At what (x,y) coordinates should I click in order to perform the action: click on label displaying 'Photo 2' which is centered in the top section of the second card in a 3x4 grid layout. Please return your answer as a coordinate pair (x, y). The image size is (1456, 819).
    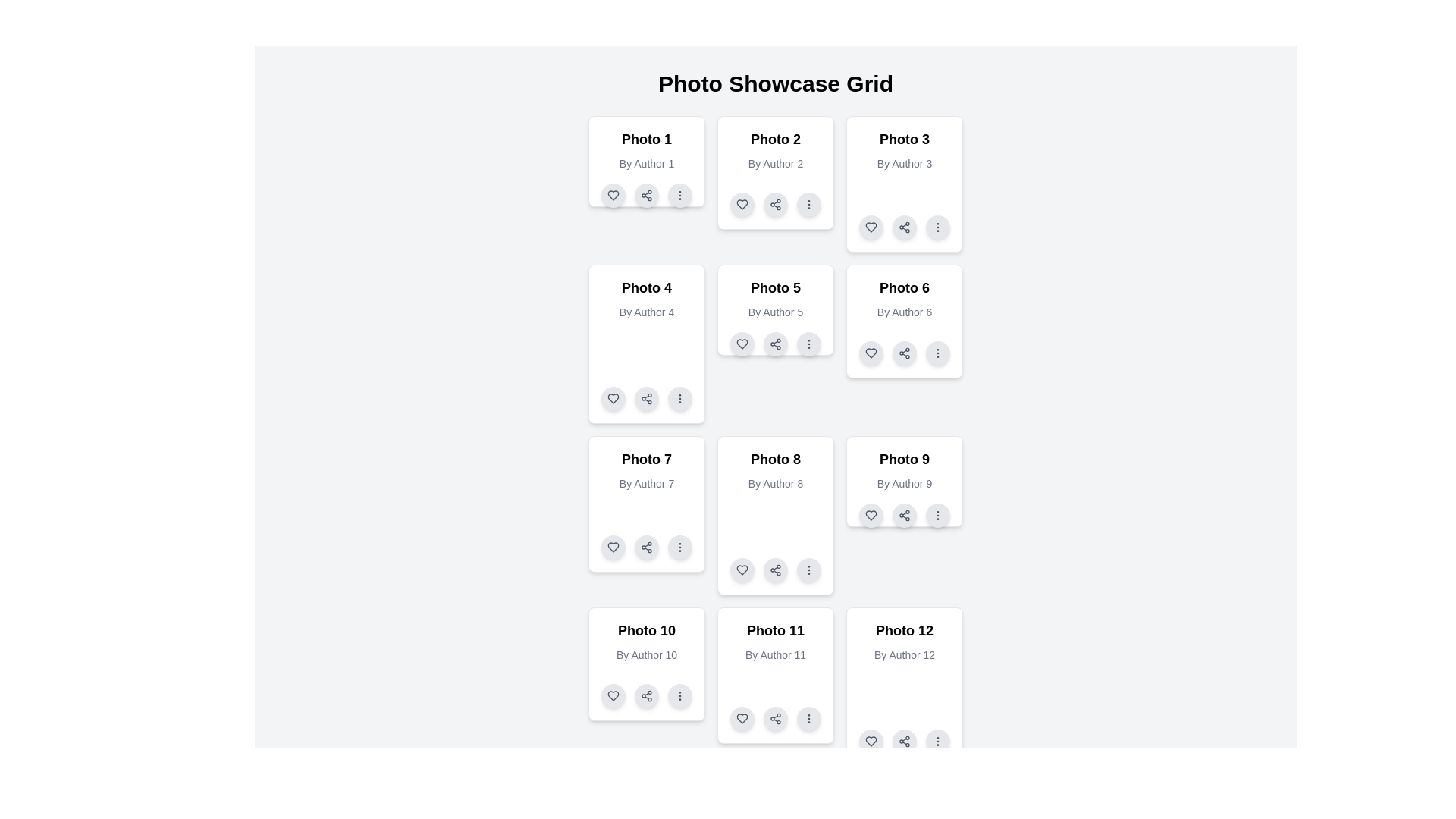
    Looking at the image, I should click on (775, 140).